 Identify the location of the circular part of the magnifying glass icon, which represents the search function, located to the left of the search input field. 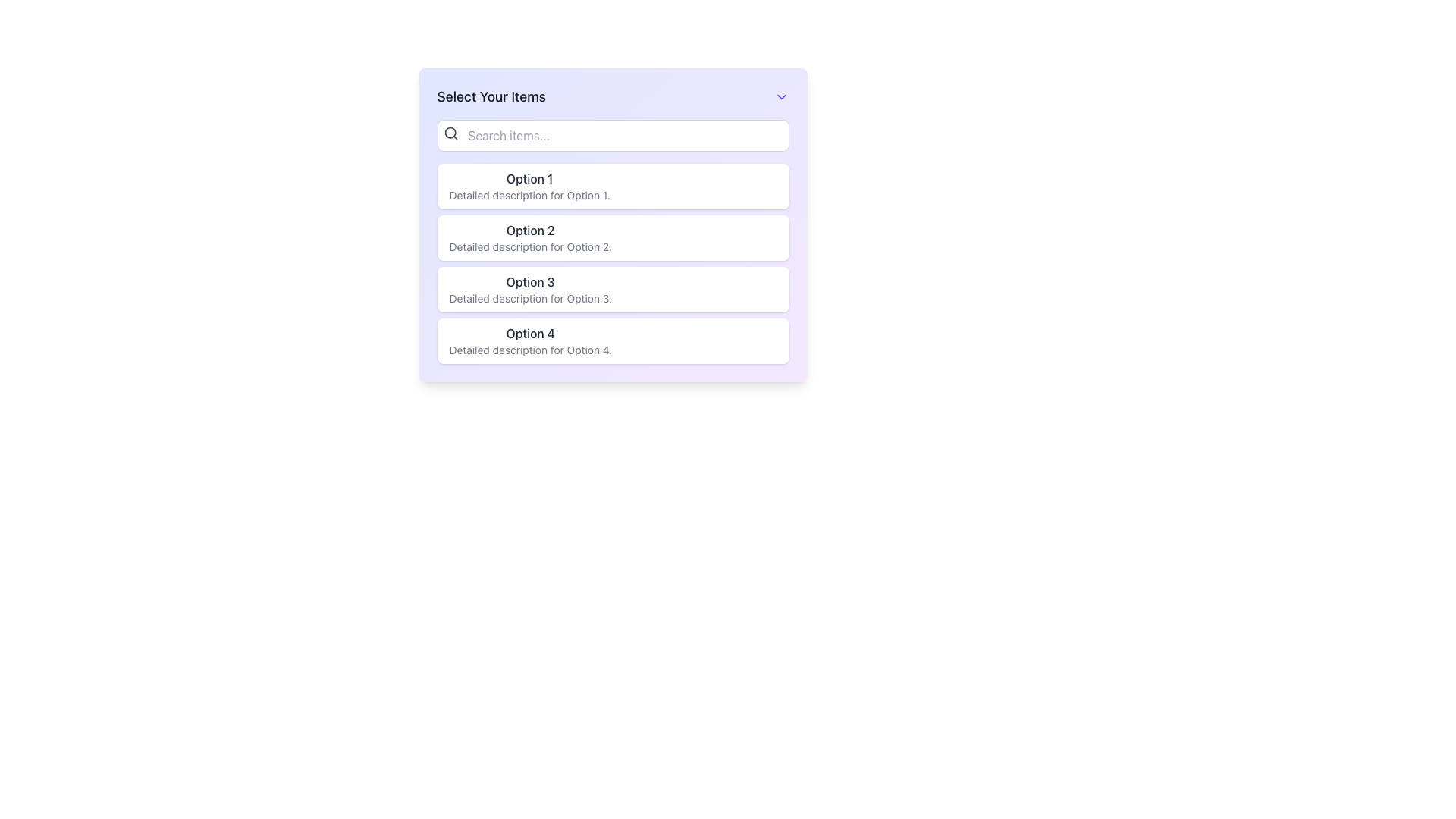
(449, 132).